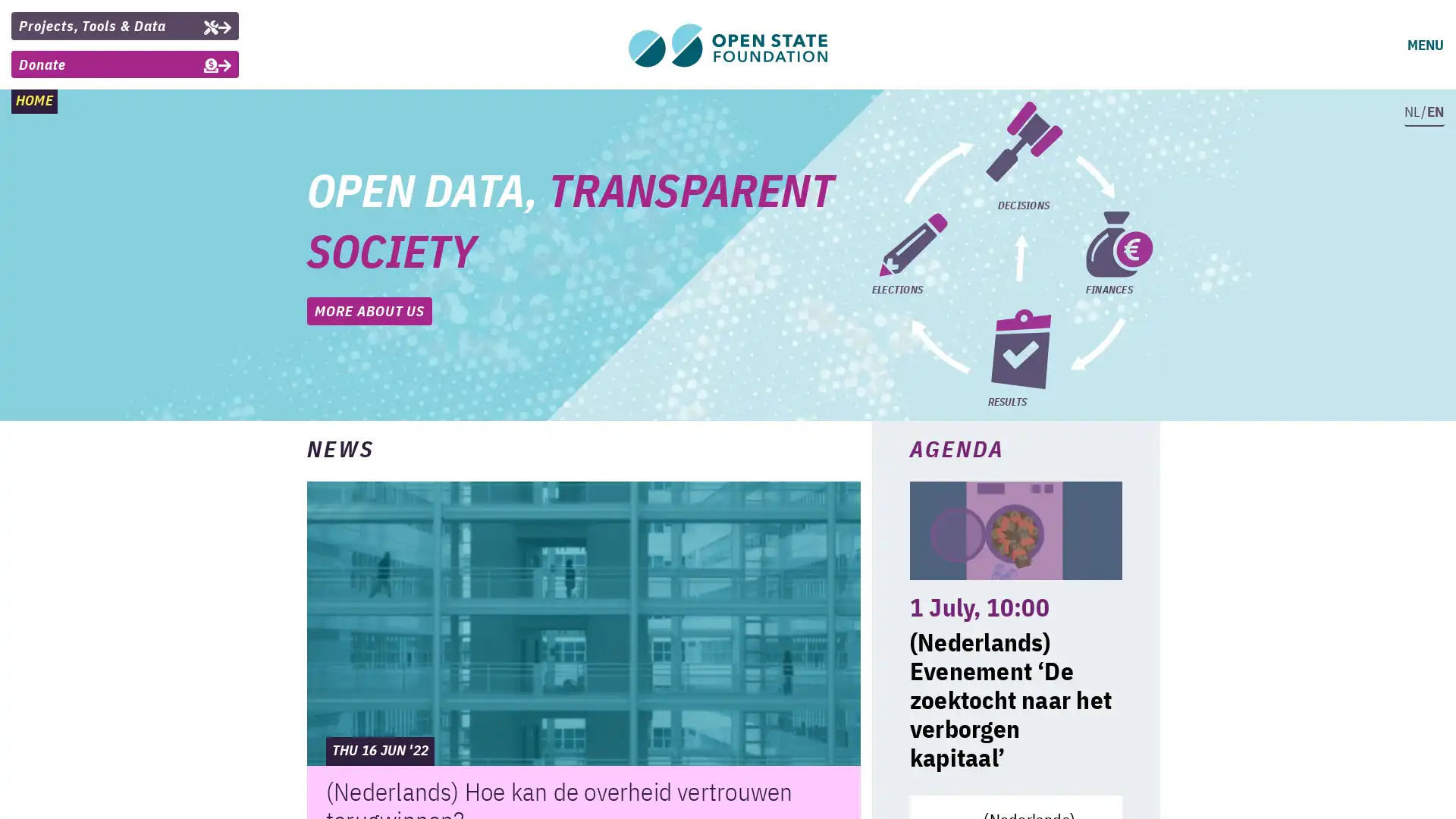 This screenshot has height=819, width=1456. I want to click on Toggle navigation, so click(1423, 45).